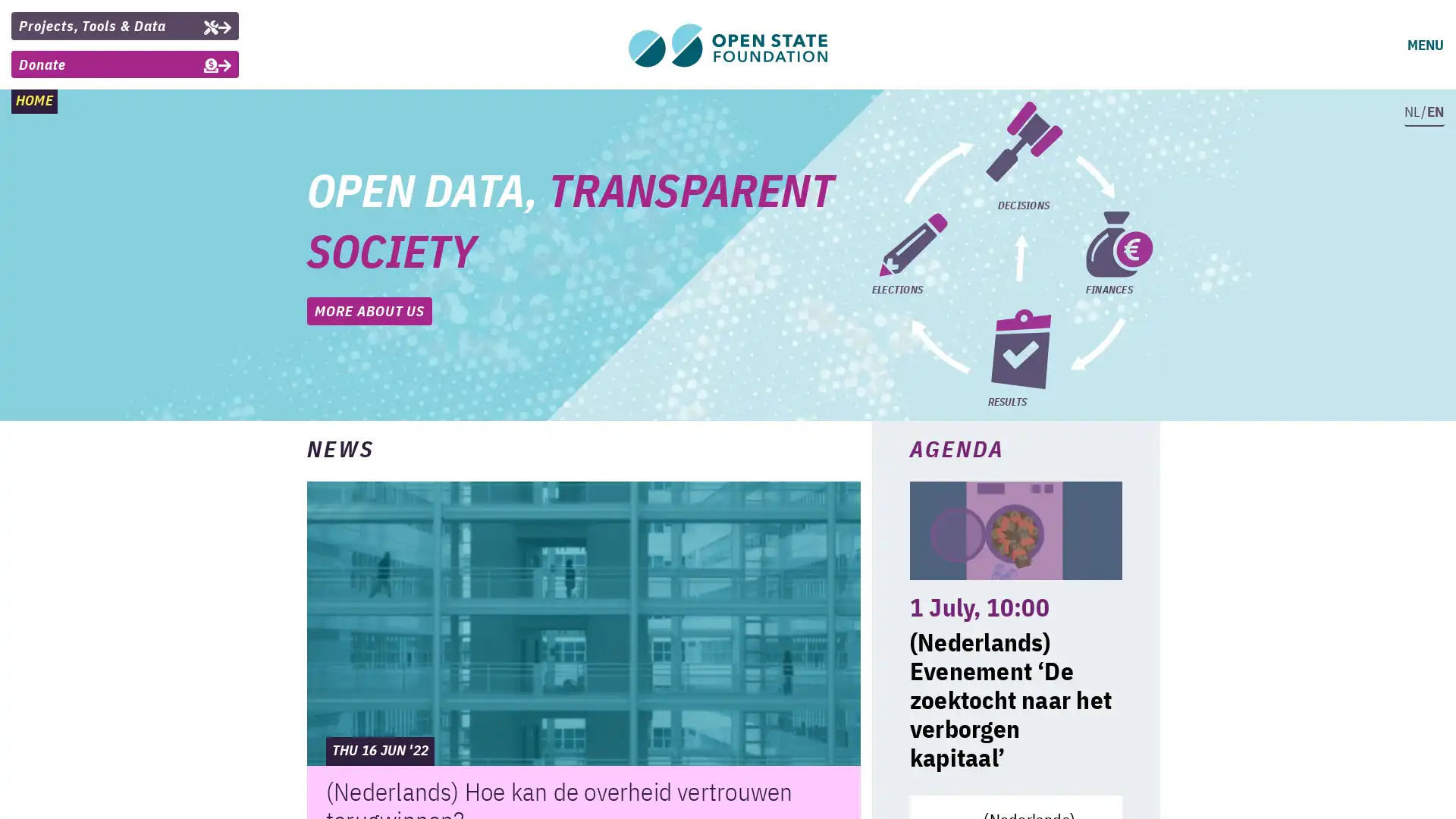 This screenshot has height=819, width=1456. I want to click on Toggle navigation, so click(1423, 45).